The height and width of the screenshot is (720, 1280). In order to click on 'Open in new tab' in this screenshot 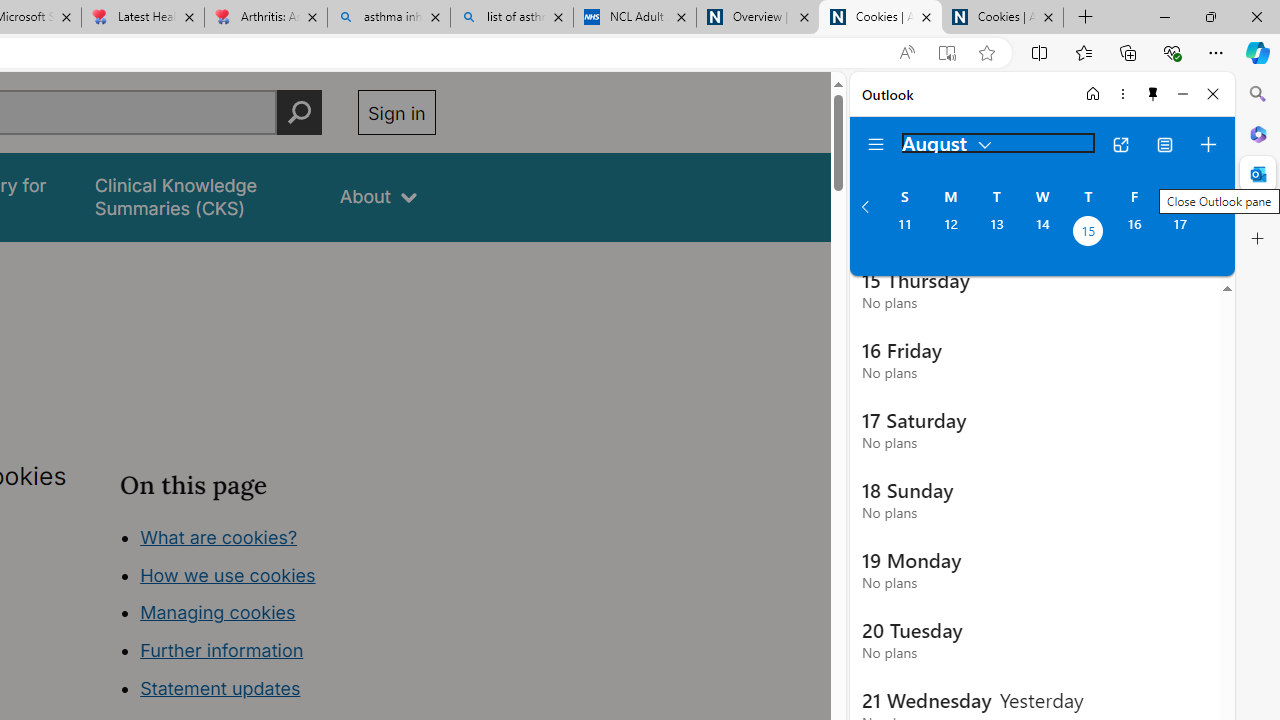, I will do `click(1120, 144)`.